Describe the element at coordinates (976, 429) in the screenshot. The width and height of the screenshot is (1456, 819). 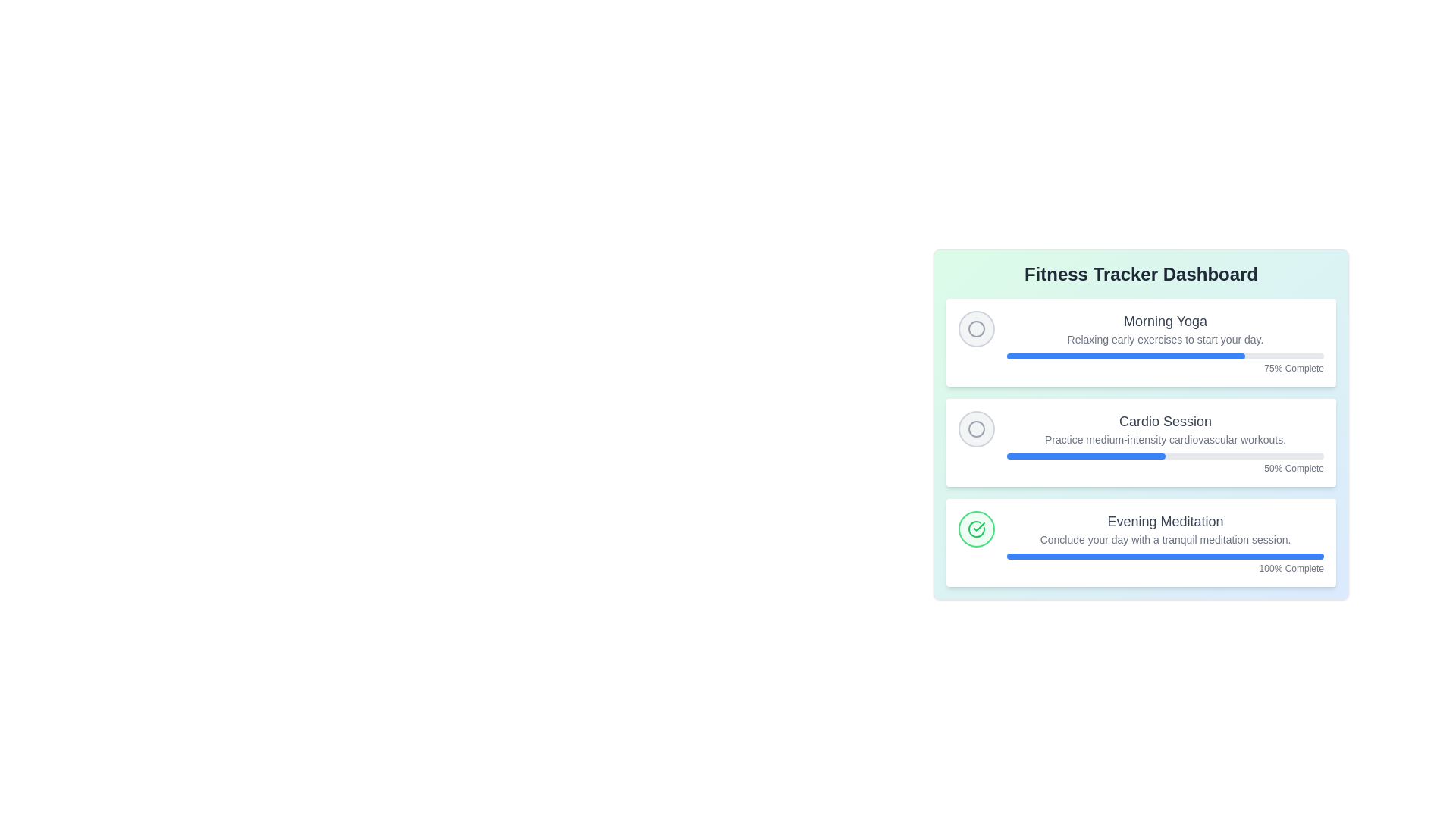
I see `the SVG graphics circle element located centrally within the 'Cardio Session' section of the fitness tracker dashboard interface, which serves as a visual indicator for completion status` at that location.